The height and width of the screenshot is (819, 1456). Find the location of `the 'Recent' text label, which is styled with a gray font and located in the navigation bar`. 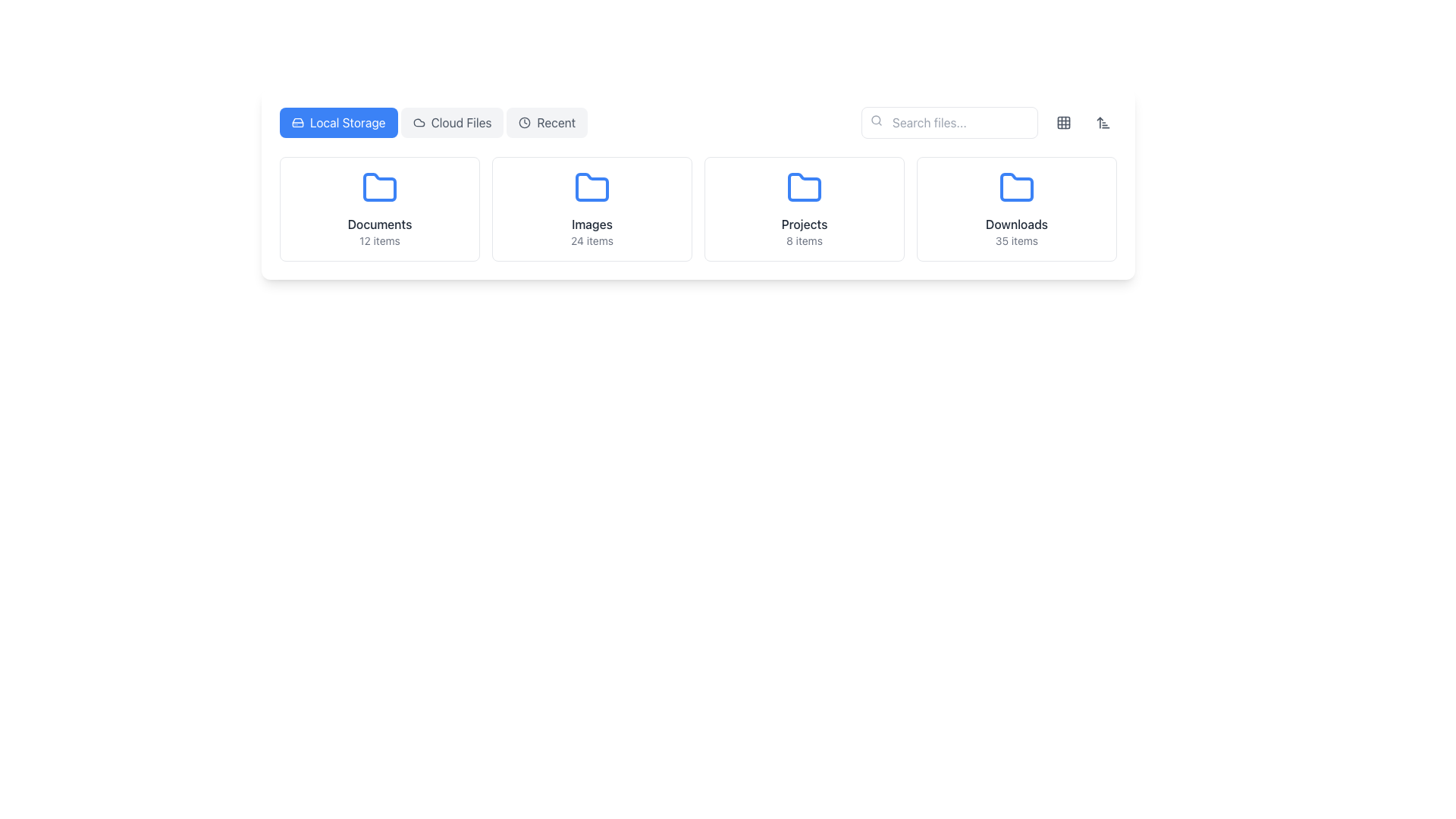

the 'Recent' text label, which is styled with a gray font and located in the navigation bar is located at coordinates (555, 122).